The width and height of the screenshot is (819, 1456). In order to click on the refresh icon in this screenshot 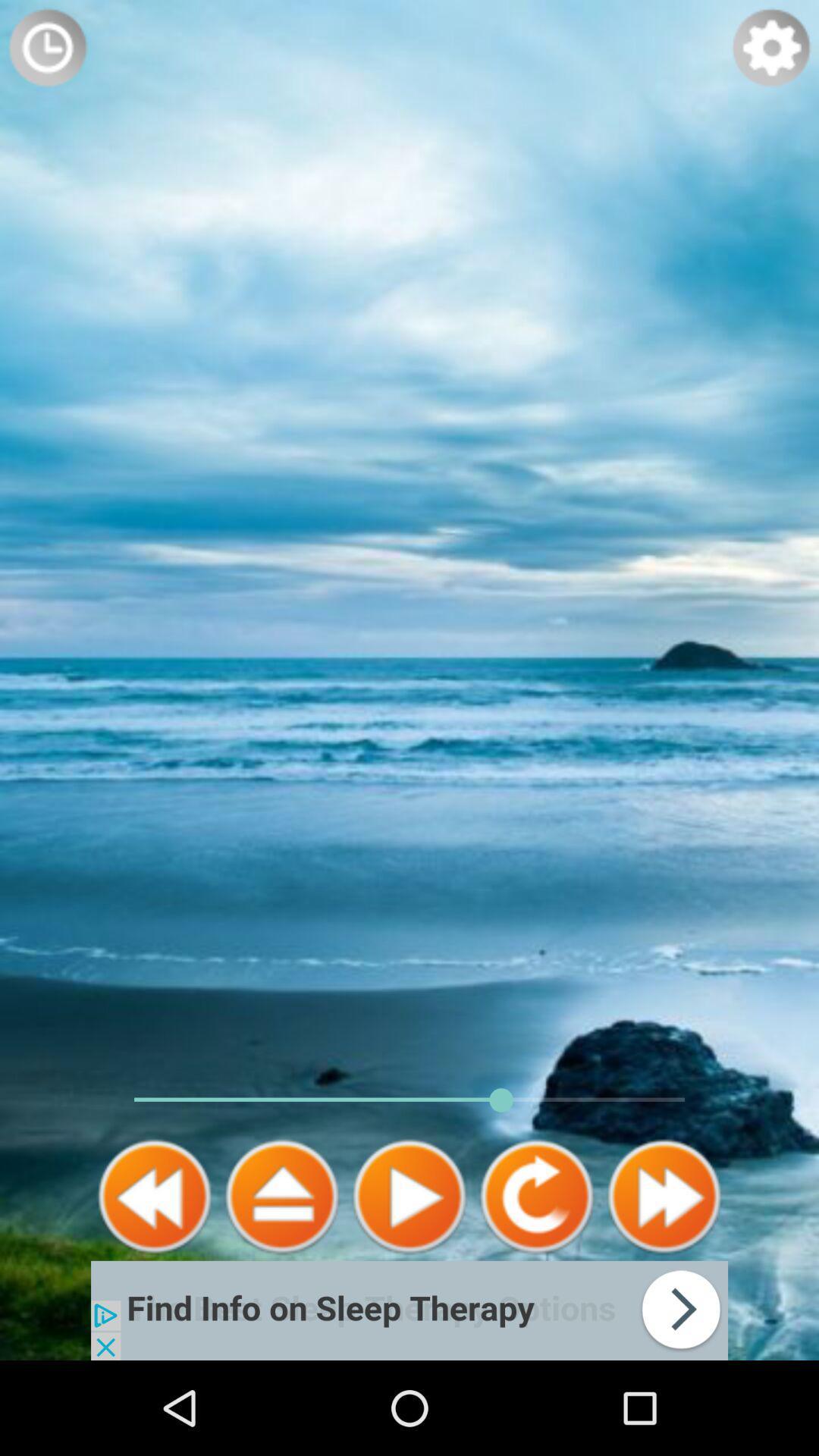, I will do `click(536, 1280)`.